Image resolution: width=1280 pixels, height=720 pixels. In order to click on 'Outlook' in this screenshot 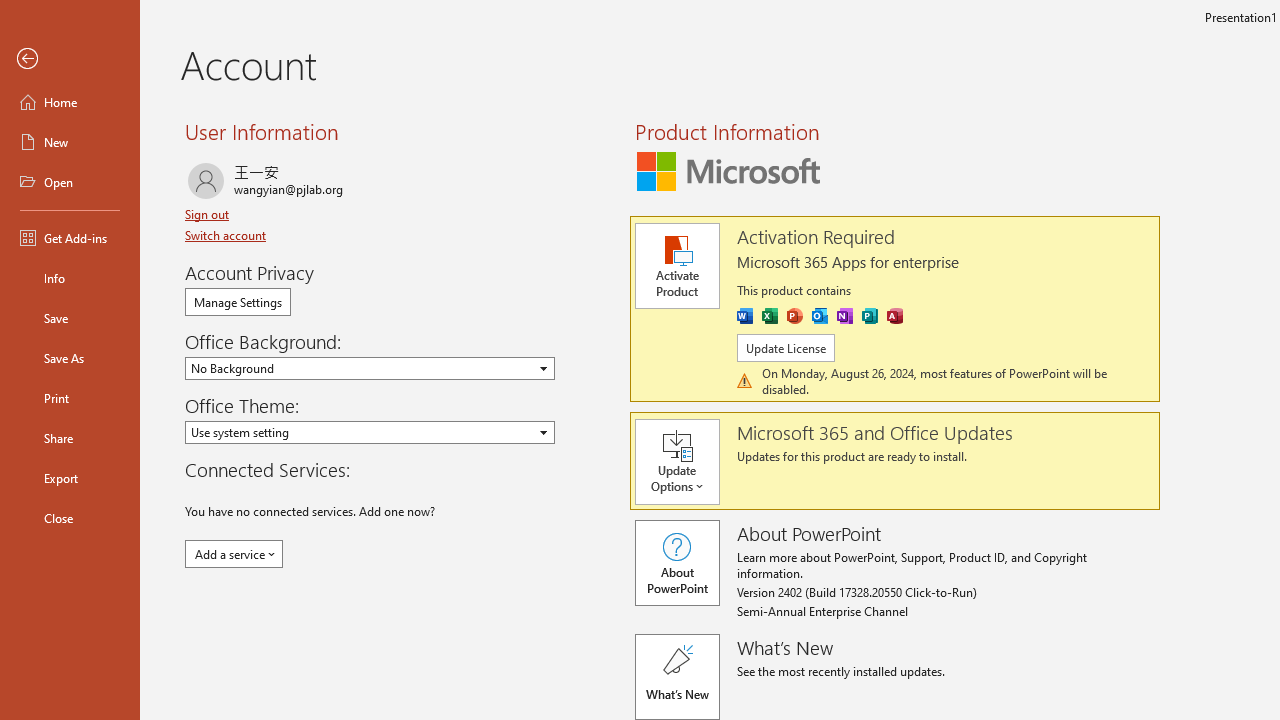, I will do `click(819, 315)`.